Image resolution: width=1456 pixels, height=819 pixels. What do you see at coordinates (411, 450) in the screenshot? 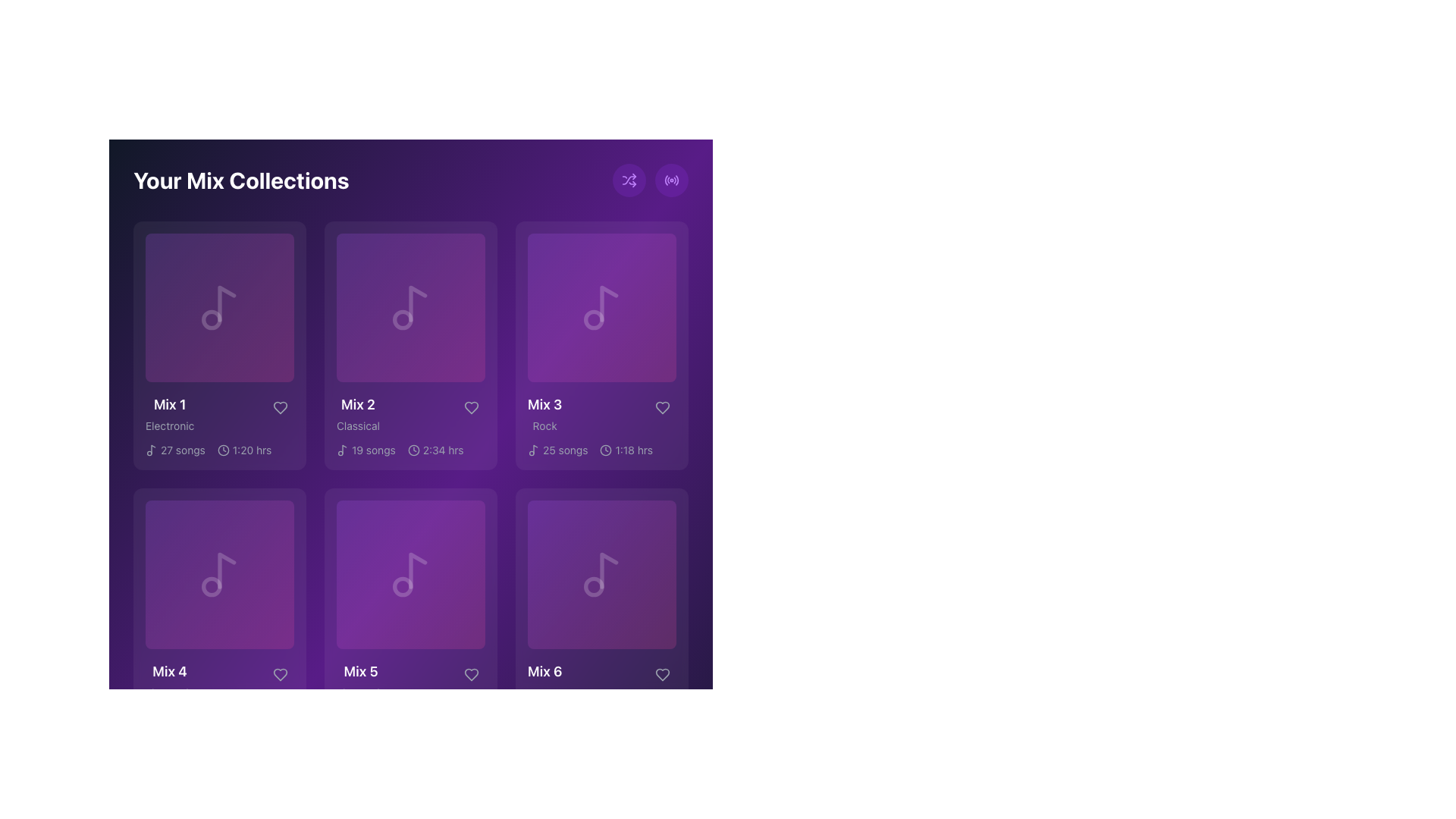
I see `the text label displaying '19 songs 2:34 hrs' with associated icons for a musical note and a clock, located at the bottom section of the 'Mix 2' card` at bounding box center [411, 450].